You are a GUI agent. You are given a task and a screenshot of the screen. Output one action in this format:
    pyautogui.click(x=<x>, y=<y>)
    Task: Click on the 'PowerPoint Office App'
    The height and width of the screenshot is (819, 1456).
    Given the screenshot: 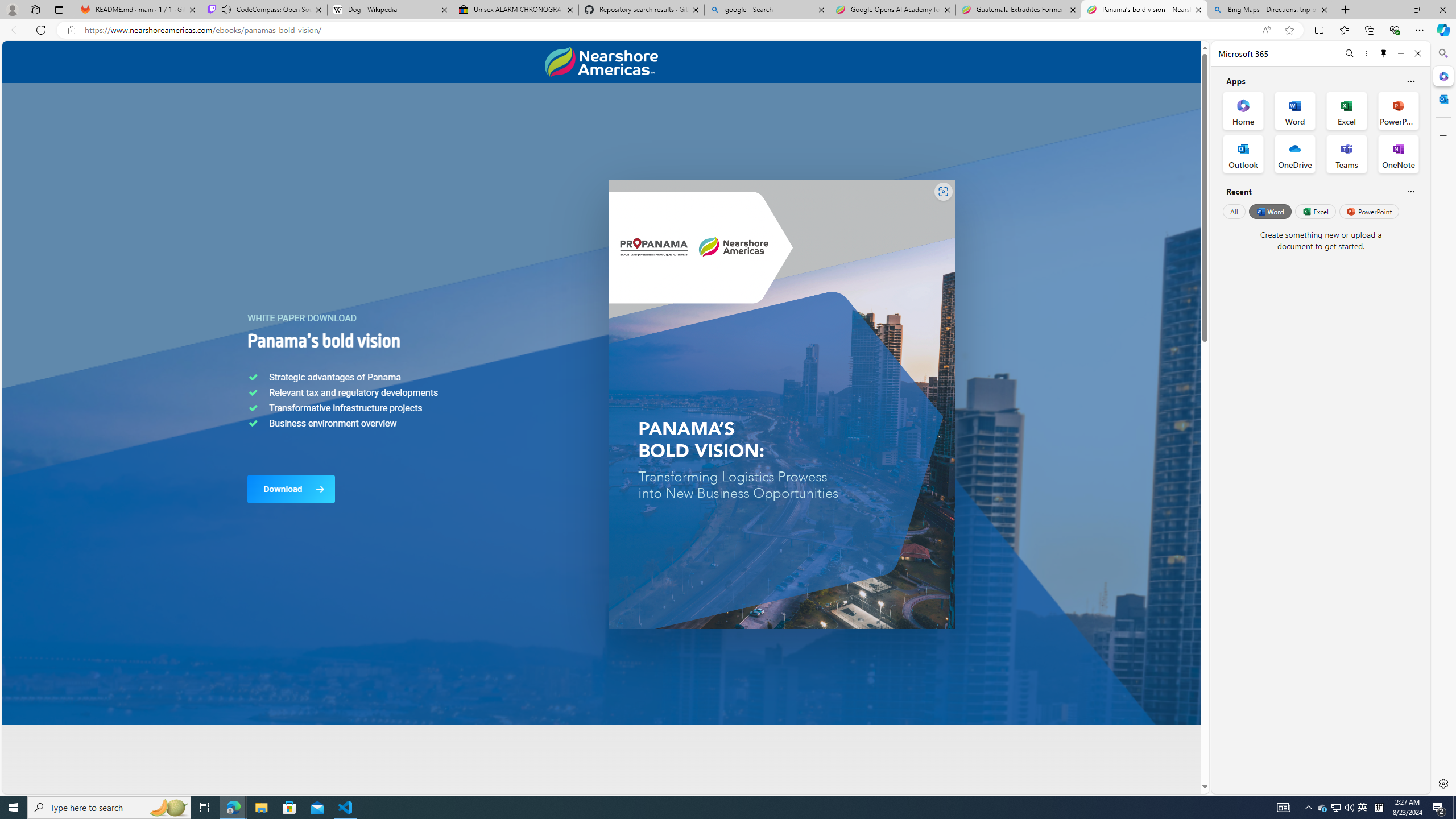 What is the action you would take?
    pyautogui.click(x=1398, y=111)
    